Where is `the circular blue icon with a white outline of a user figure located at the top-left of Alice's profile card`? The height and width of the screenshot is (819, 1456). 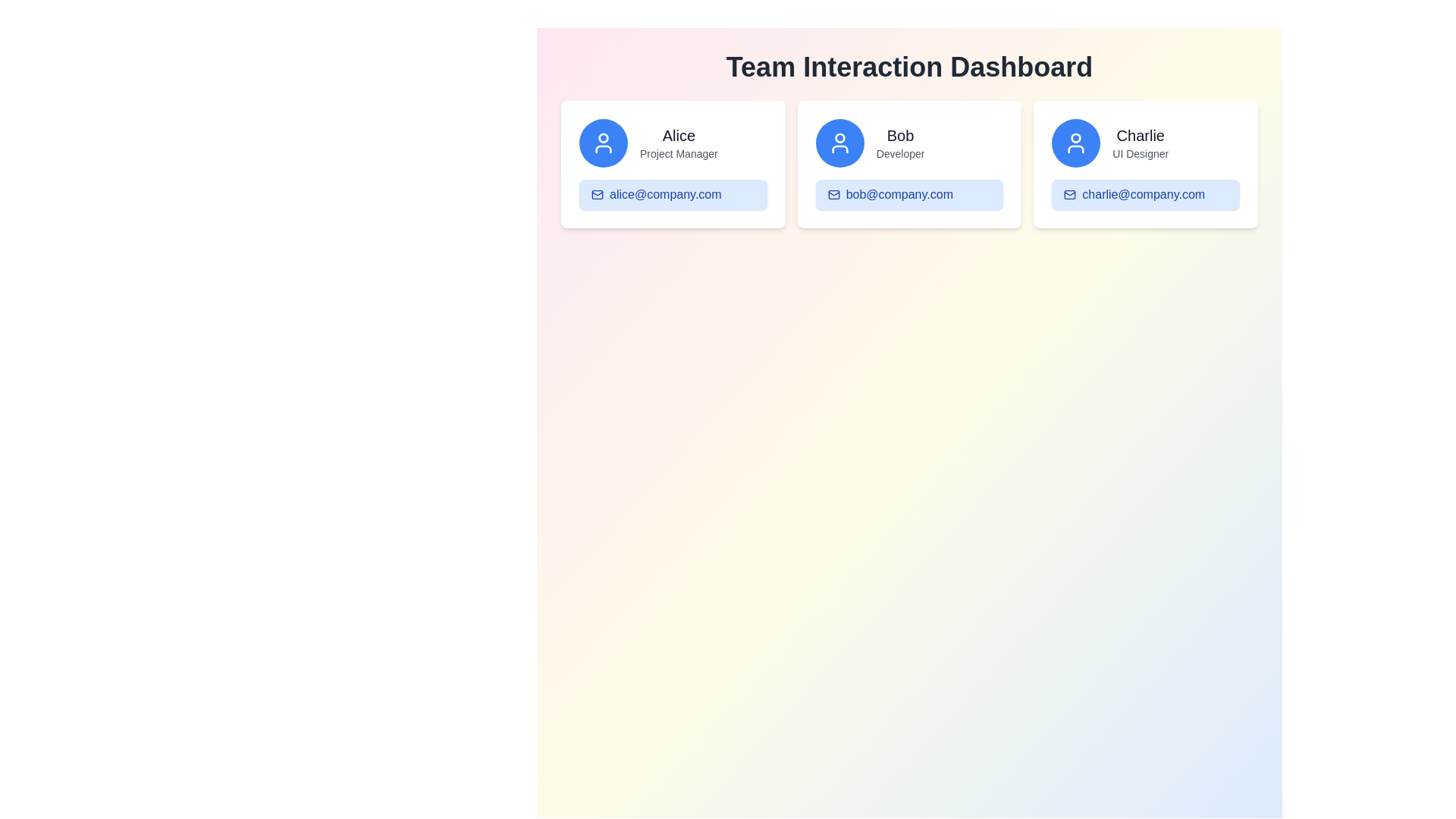 the circular blue icon with a white outline of a user figure located at the top-left of Alice's profile card is located at coordinates (603, 143).